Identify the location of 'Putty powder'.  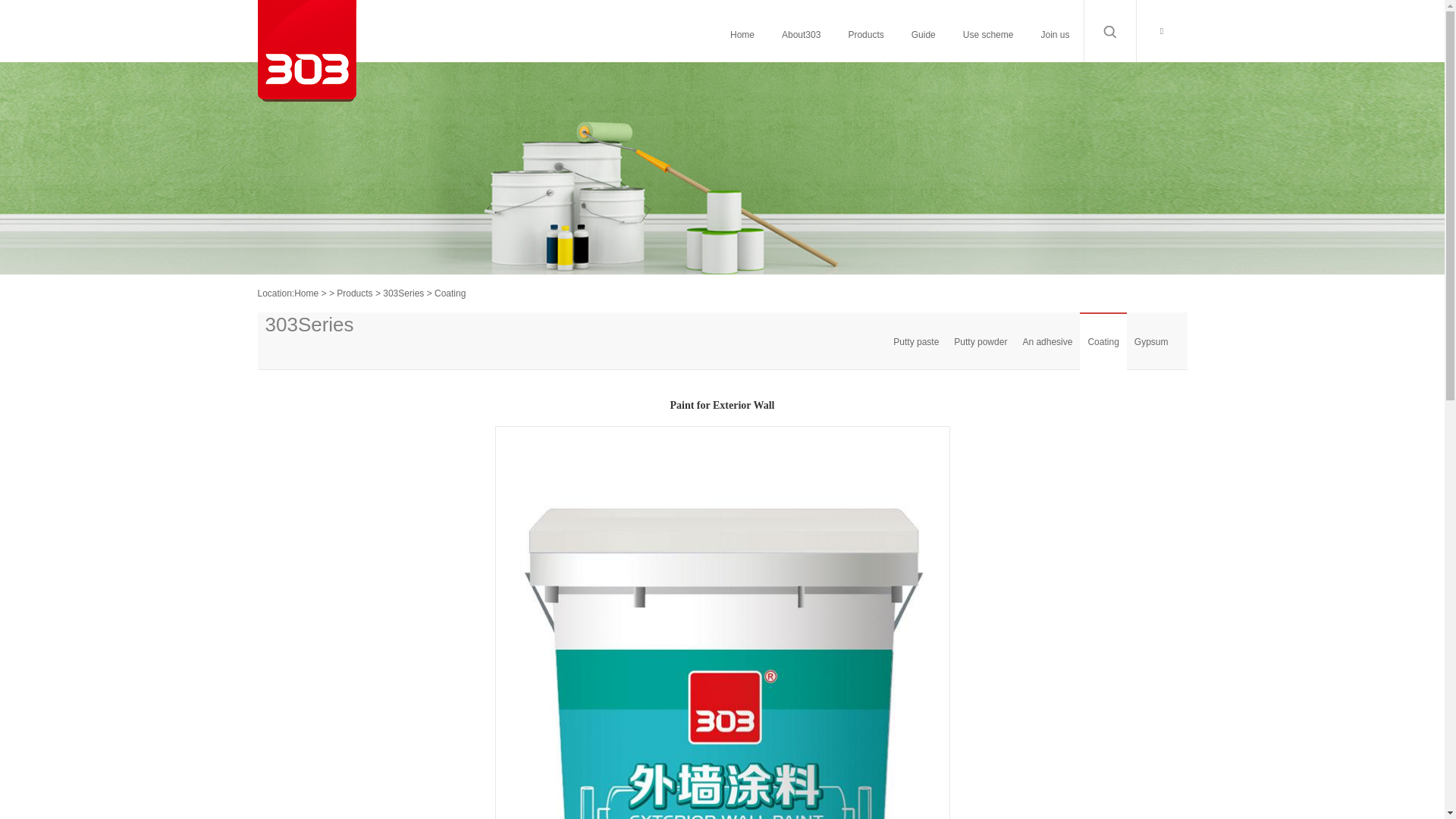
(946, 341).